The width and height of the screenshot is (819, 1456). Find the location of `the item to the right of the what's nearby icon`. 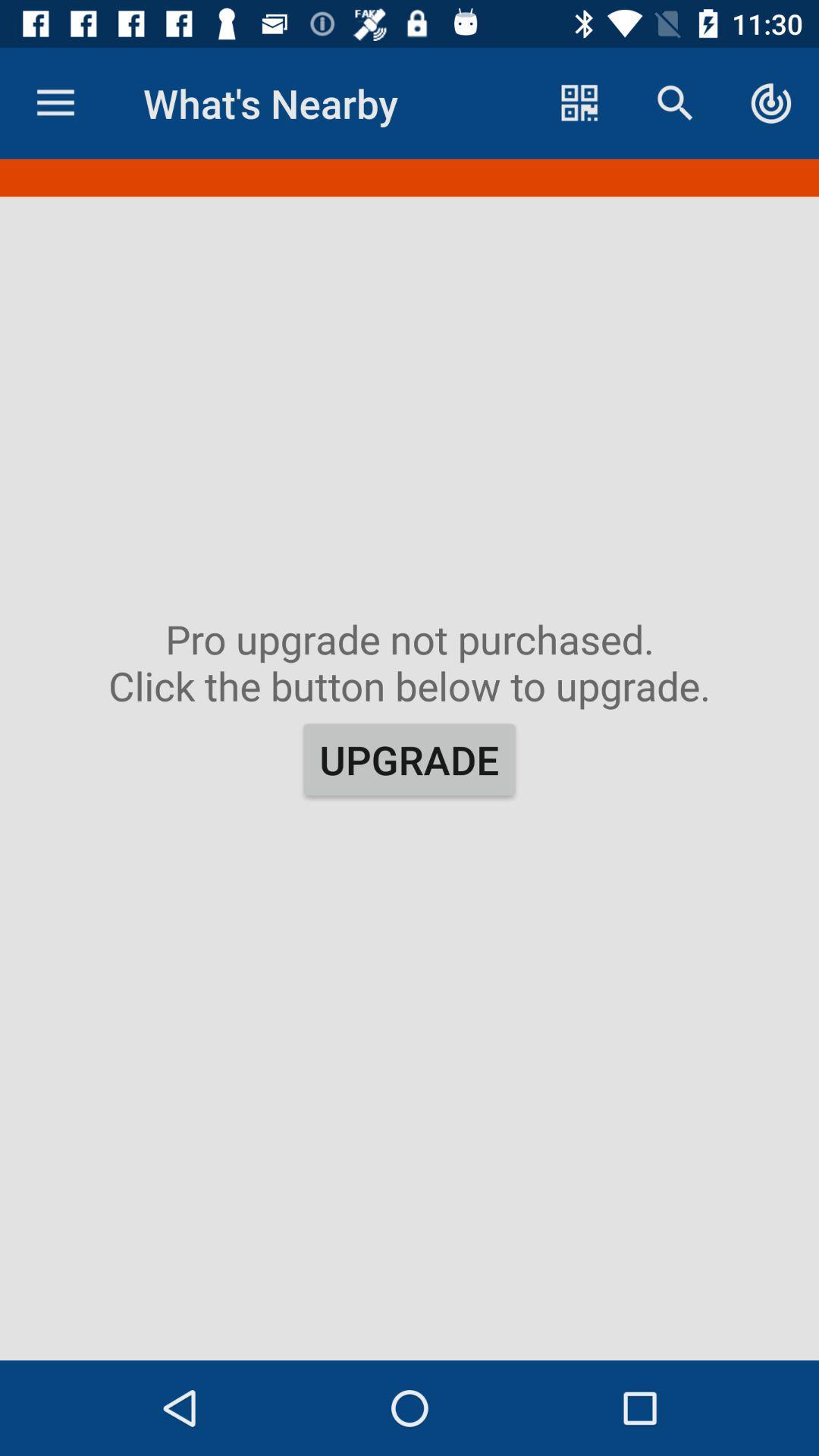

the item to the right of the what's nearby icon is located at coordinates (579, 102).